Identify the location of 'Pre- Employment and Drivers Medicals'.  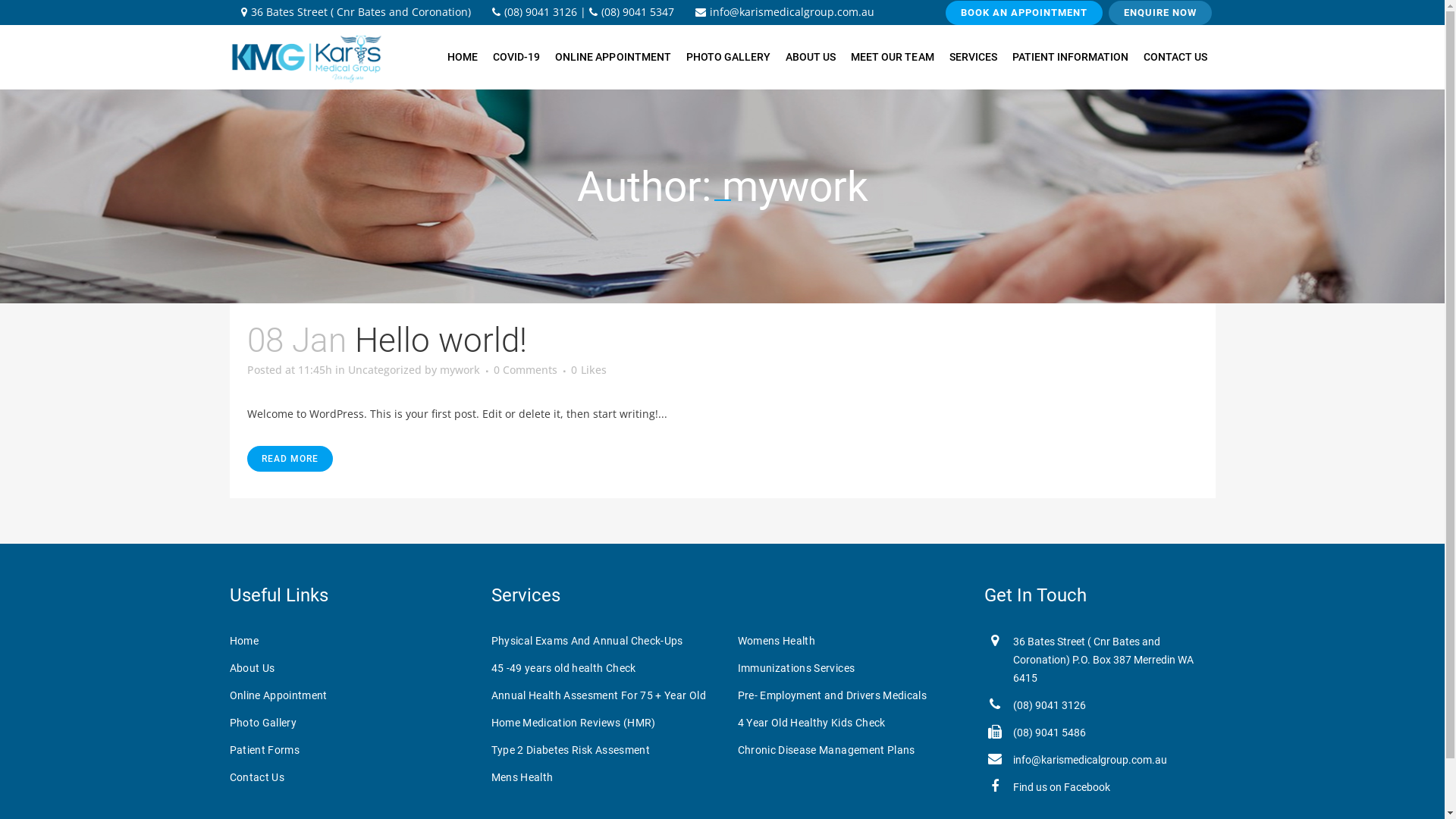
(851, 695).